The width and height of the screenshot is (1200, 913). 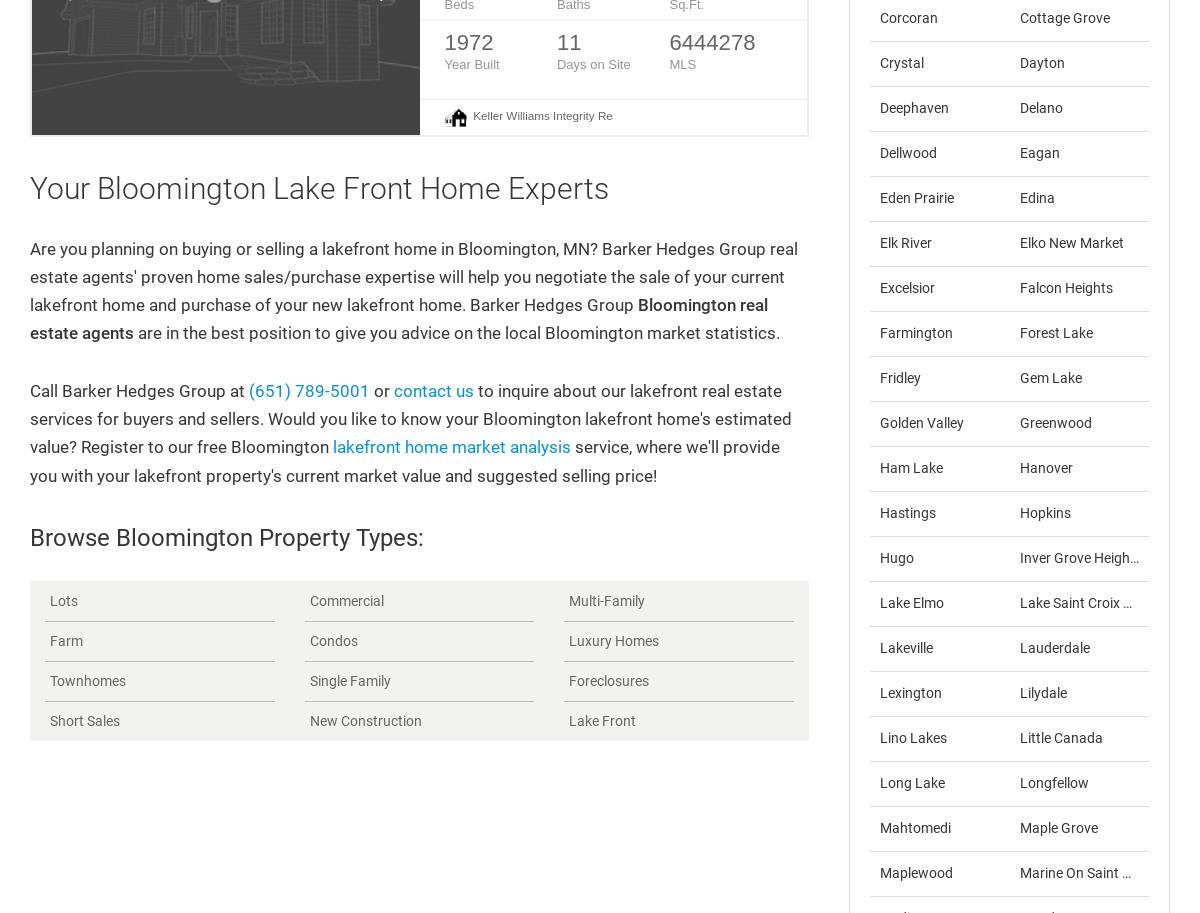 What do you see at coordinates (602, 718) in the screenshot?
I see `'Lake Front'` at bounding box center [602, 718].